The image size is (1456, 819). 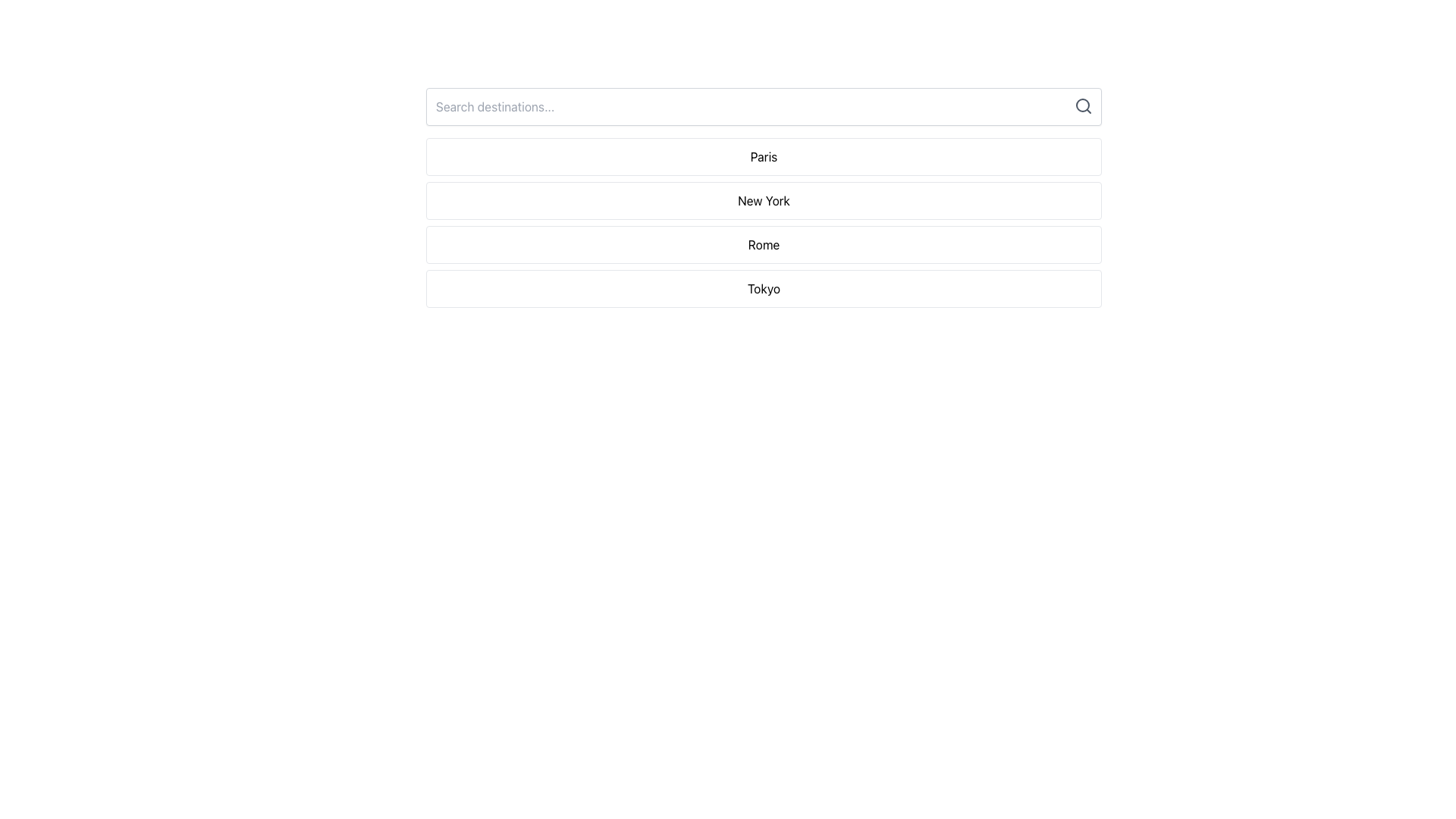 I want to click on the selectable list item labeled 'New York', so click(x=764, y=222).